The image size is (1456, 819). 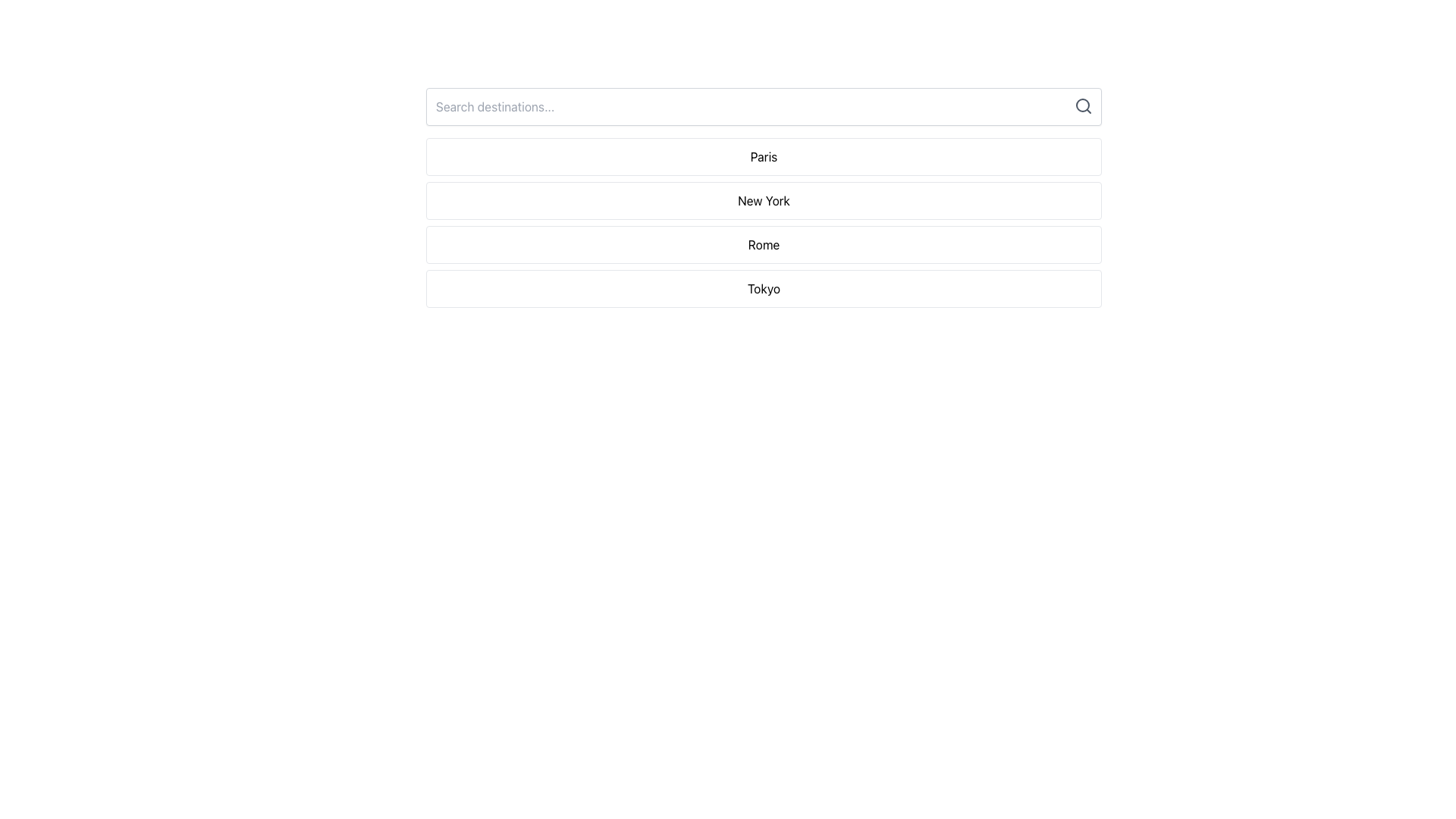 I want to click on the selectable list item labeled 'New York', so click(x=764, y=222).